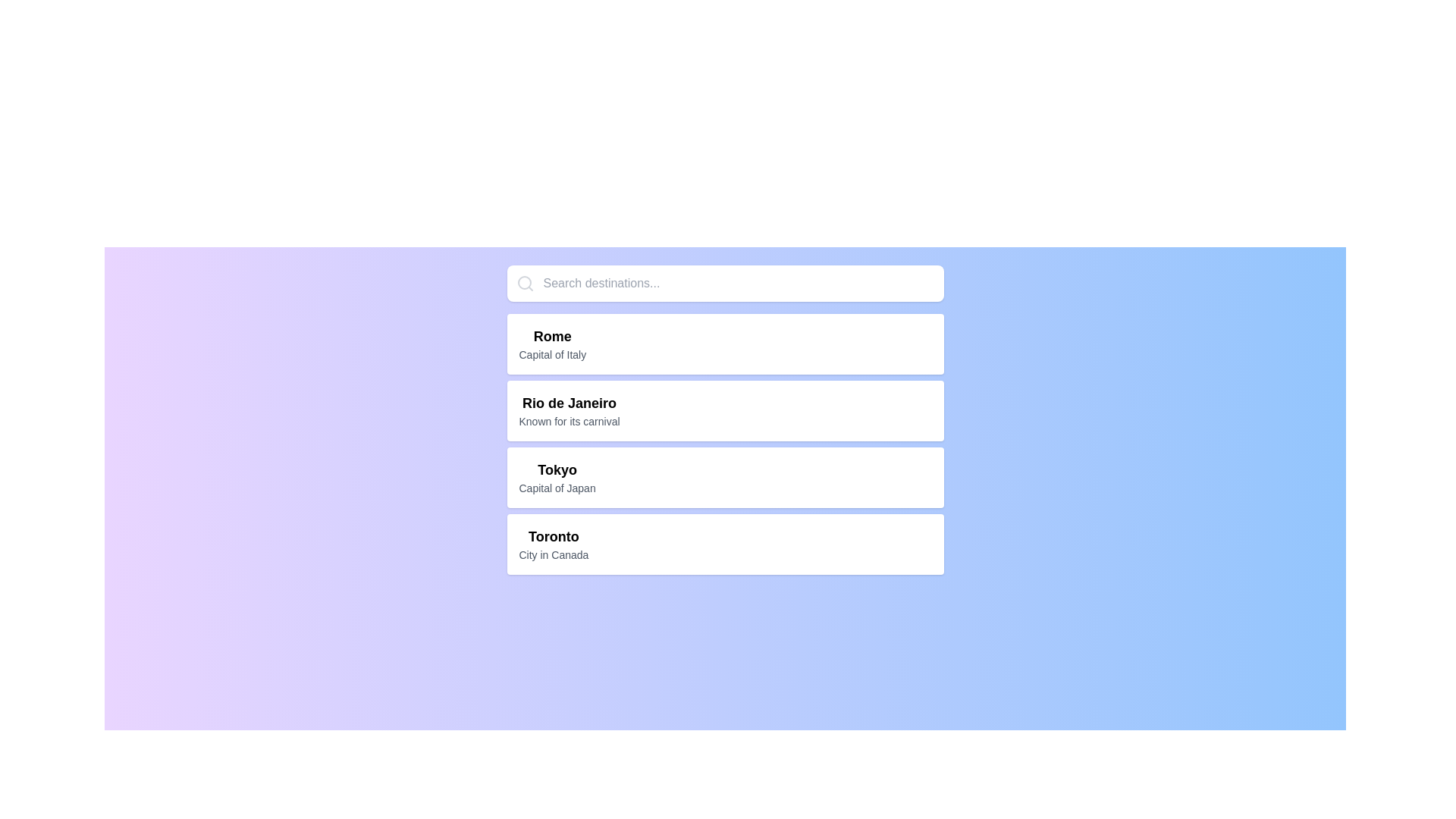 The width and height of the screenshot is (1456, 819). Describe the element at coordinates (553, 555) in the screenshot. I see `the descriptive text label for the city 'Toronto', which is located beneath its title in the fourth card of the city information list` at that location.